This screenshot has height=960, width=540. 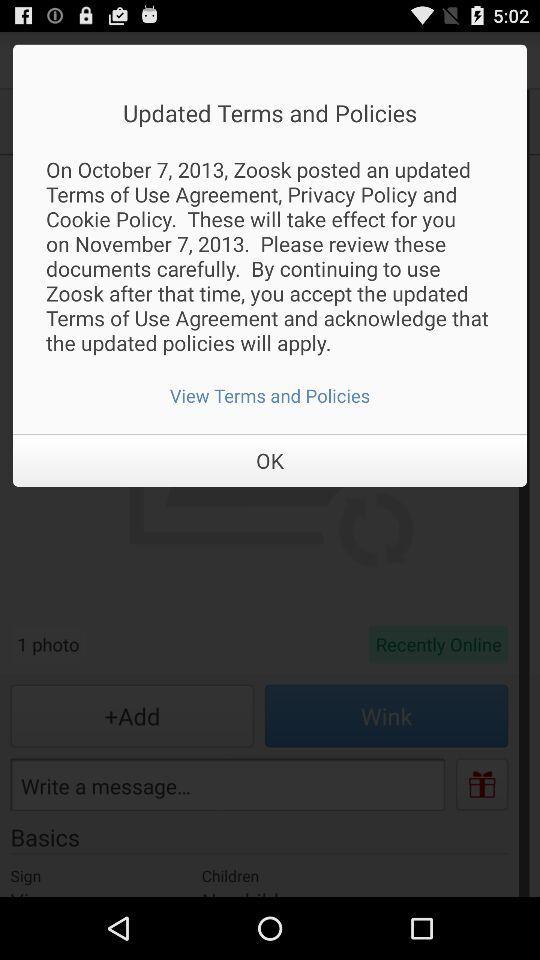 What do you see at coordinates (270, 460) in the screenshot?
I see `item below the view terms and` at bounding box center [270, 460].